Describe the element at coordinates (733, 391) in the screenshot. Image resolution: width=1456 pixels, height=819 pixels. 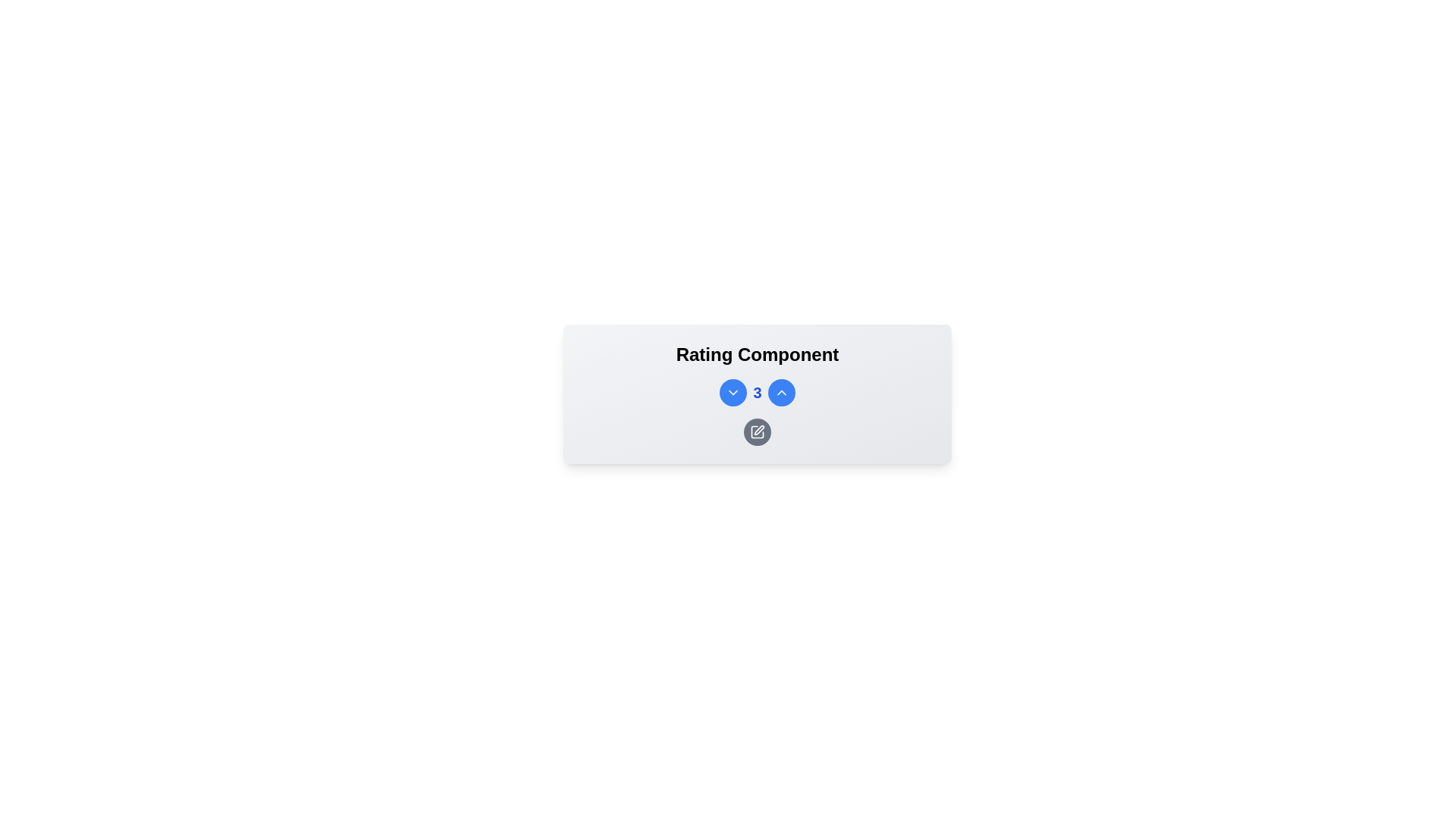
I see `the downward chevron SVG icon located centrally inside the blue circular button` at that location.